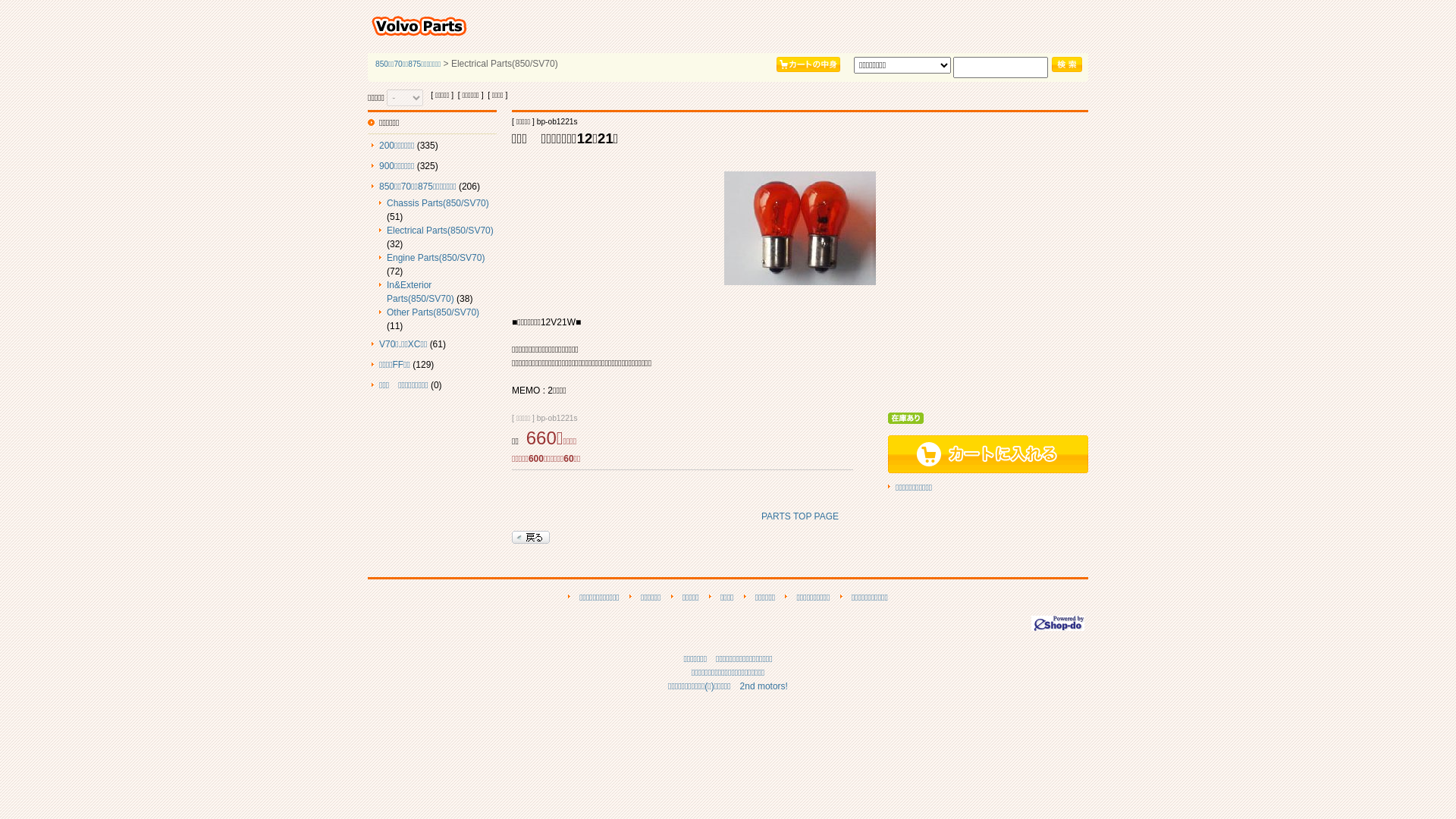 The image size is (1456, 819). What do you see at coordinates (799, 516) in the screenshot?
I see `'PARTS TOP PAGE'` at bounding box center [799, 516].